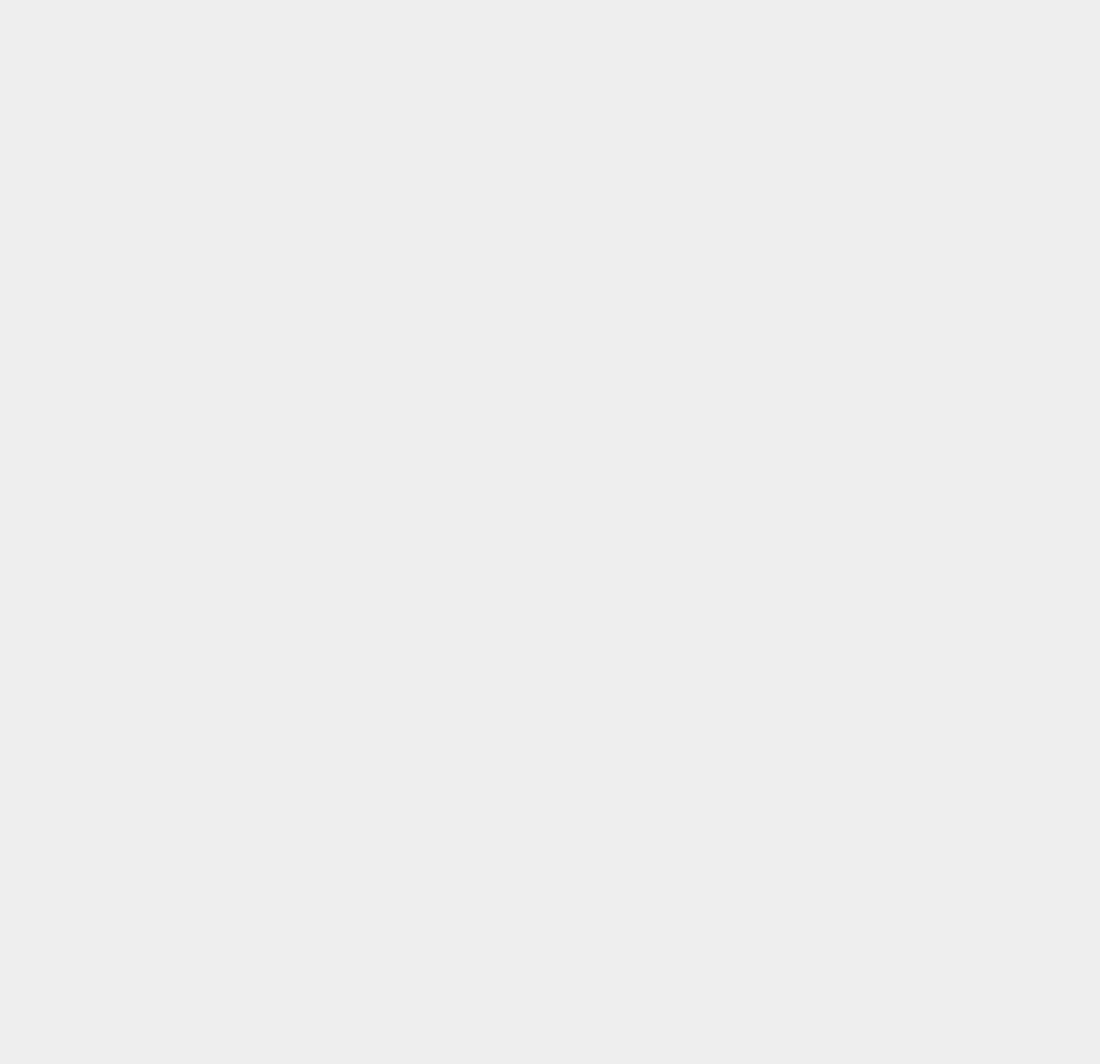 This screenshot has height=1064, width=1100. I want to click on 'iPad 4', so click(797, 199).